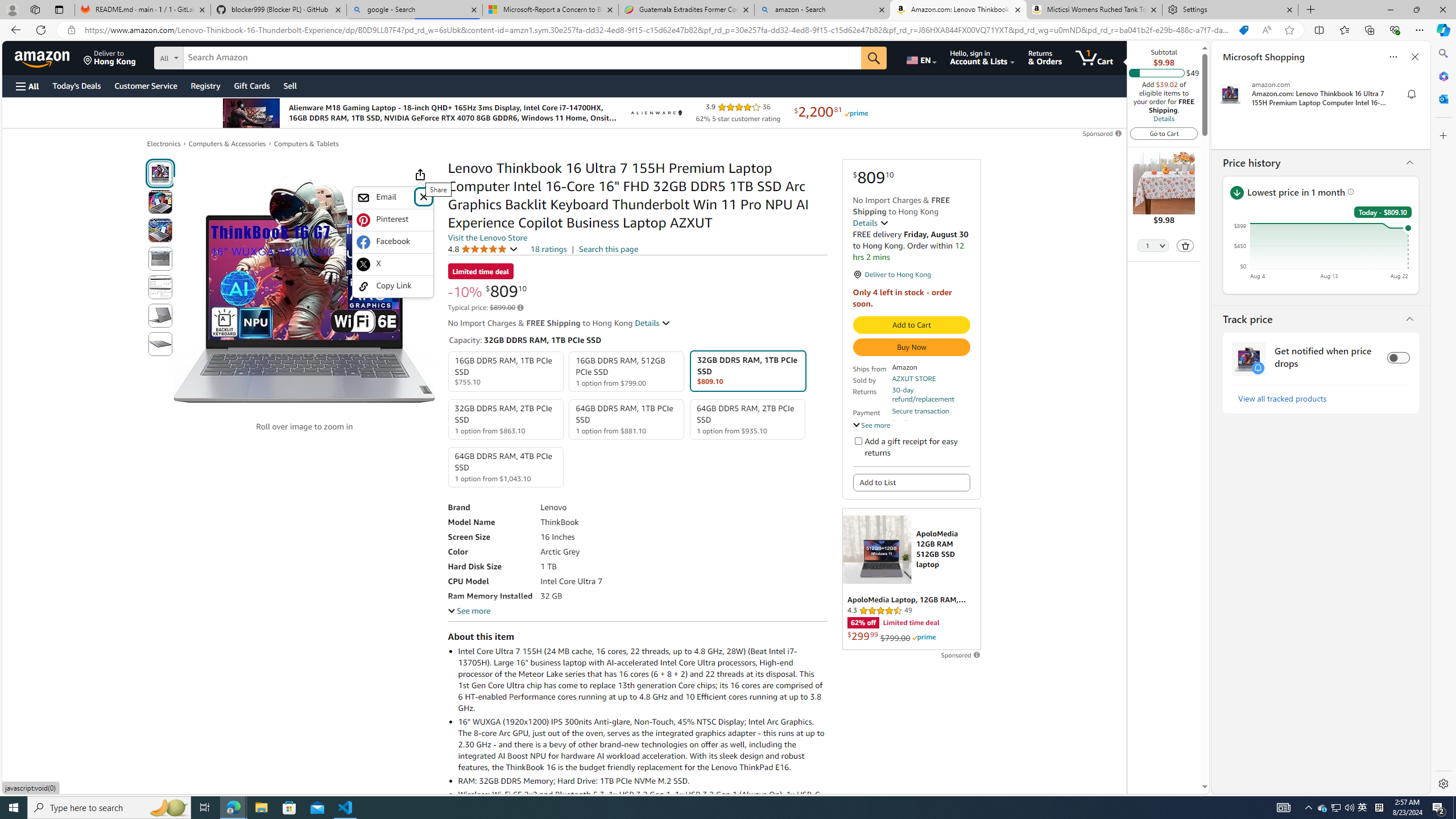 This screenshot has height=819, width=1456. What do you see at coordinates (392, 220) in the screenshot?
I see `'Pinterest'` at bounding box center [392, 220].